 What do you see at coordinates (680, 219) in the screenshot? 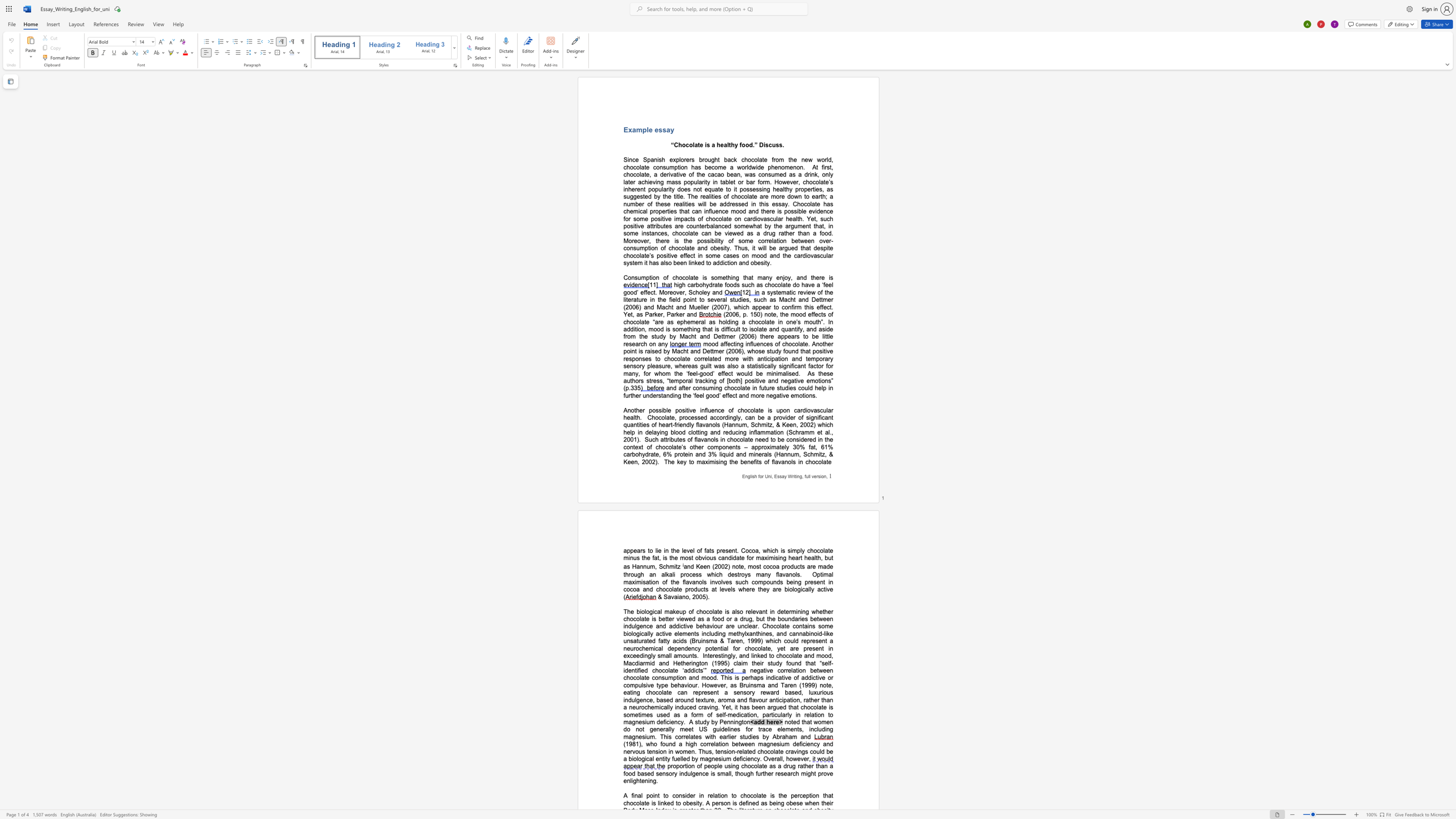
I see `the space between the continuous character "m" and "p" in the text` at bounding box center [680, 219].